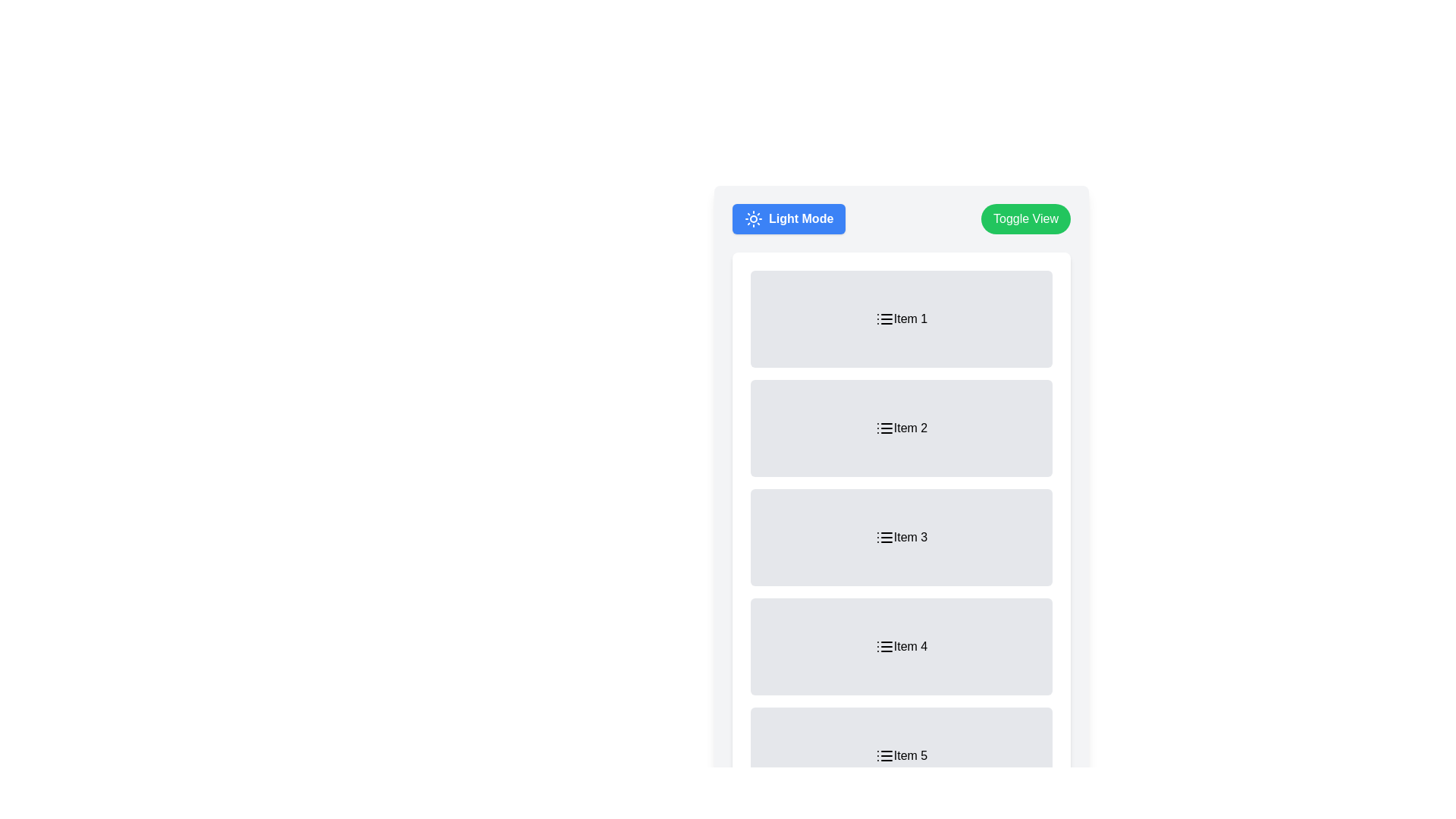 This screenshot has height=819, width=1456. Describe the element at coordinates (884, 537) in the screenshot. I see `the icon with three horizontal lines located in the top-left corner of the card labeled 'Item 3'` at that location.